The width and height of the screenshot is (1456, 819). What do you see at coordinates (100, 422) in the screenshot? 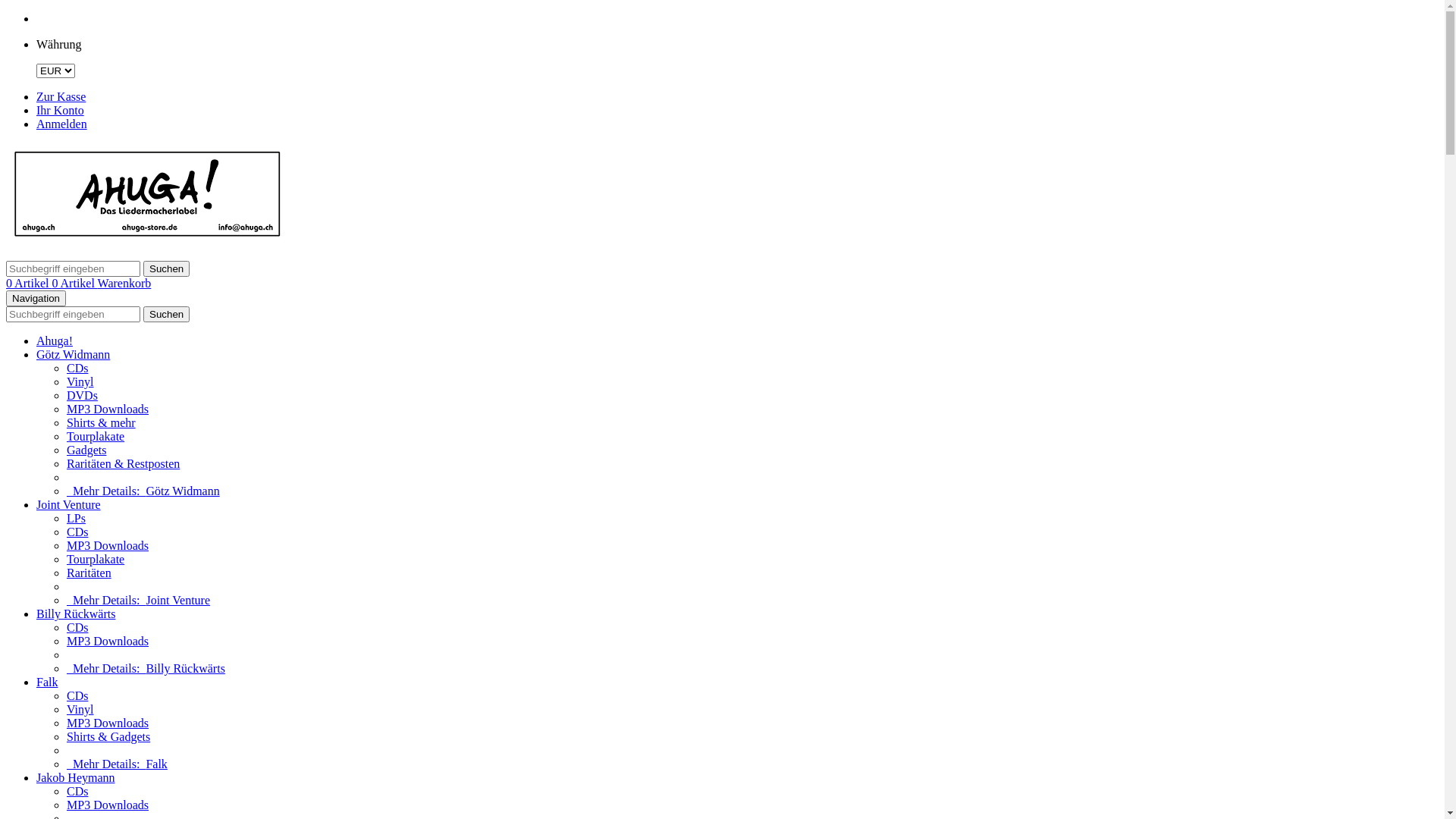
I see `'Shirts & mehr'` at bounding box center [100, 422].